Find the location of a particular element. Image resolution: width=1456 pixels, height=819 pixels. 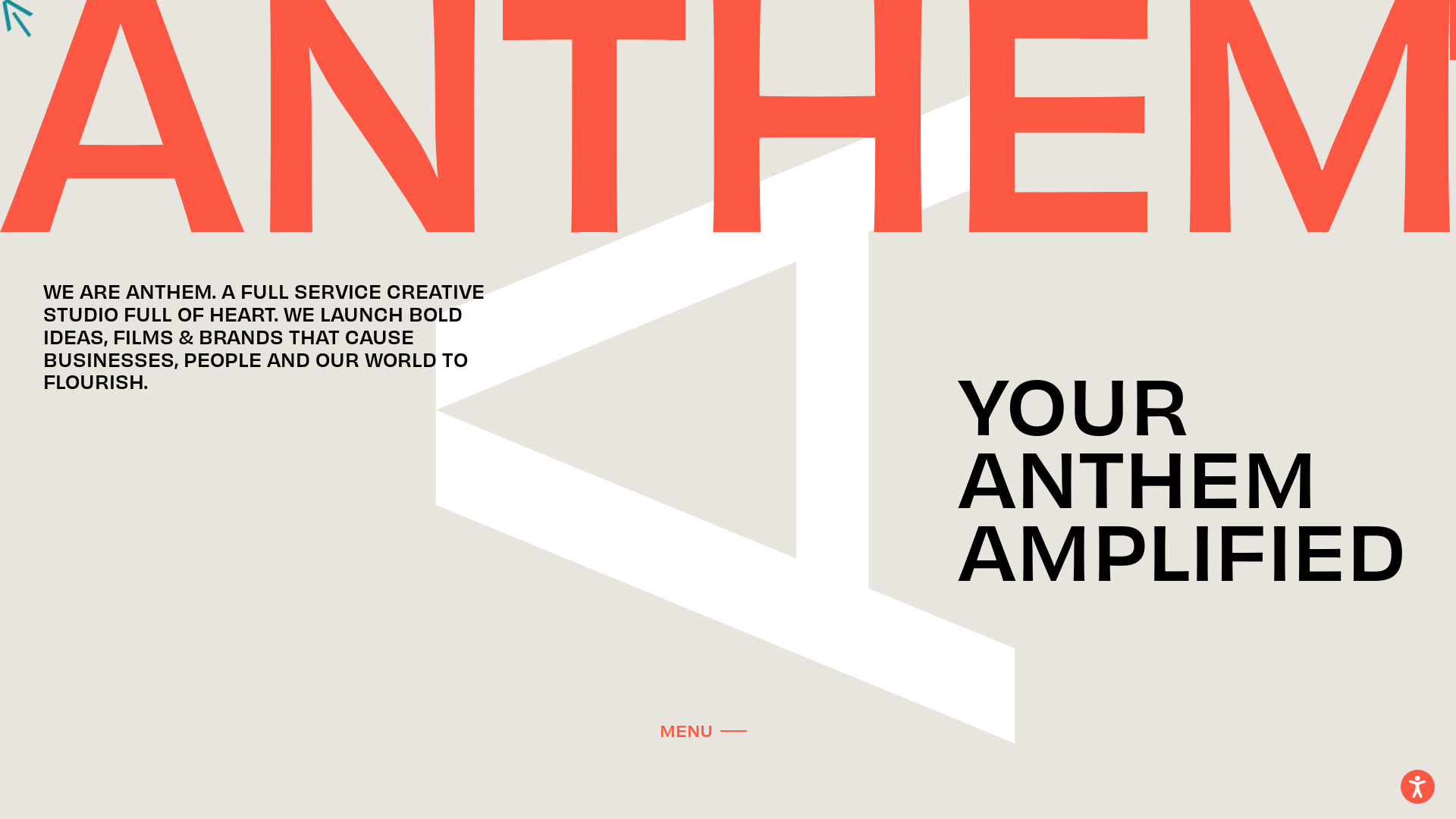

'MENU' is located at coordinates (702, 727).